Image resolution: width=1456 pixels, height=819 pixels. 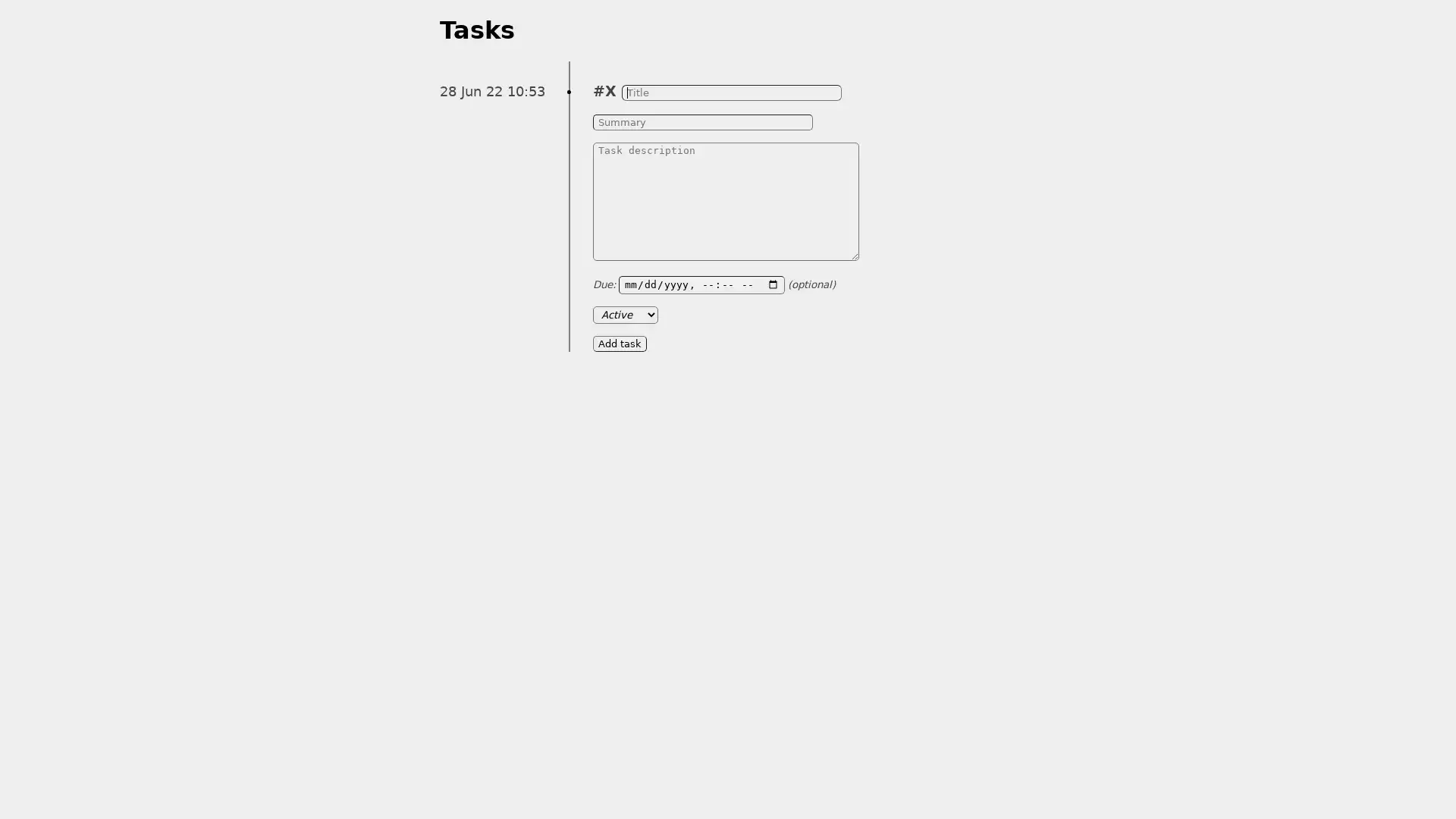 I want to click on Add task, so click(x=620, y=343).